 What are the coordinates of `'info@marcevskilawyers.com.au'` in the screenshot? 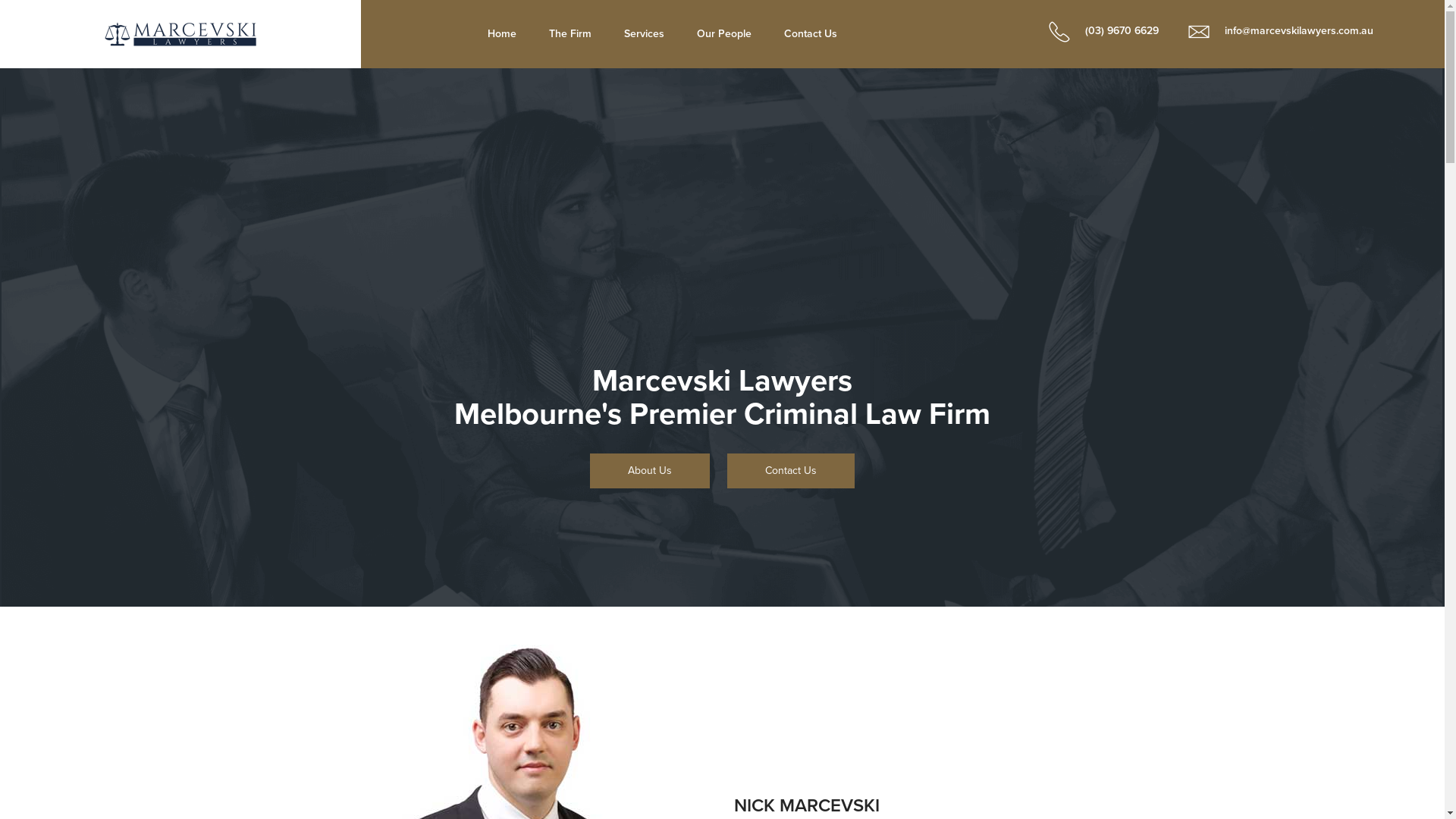 It's located at (1172, 30).